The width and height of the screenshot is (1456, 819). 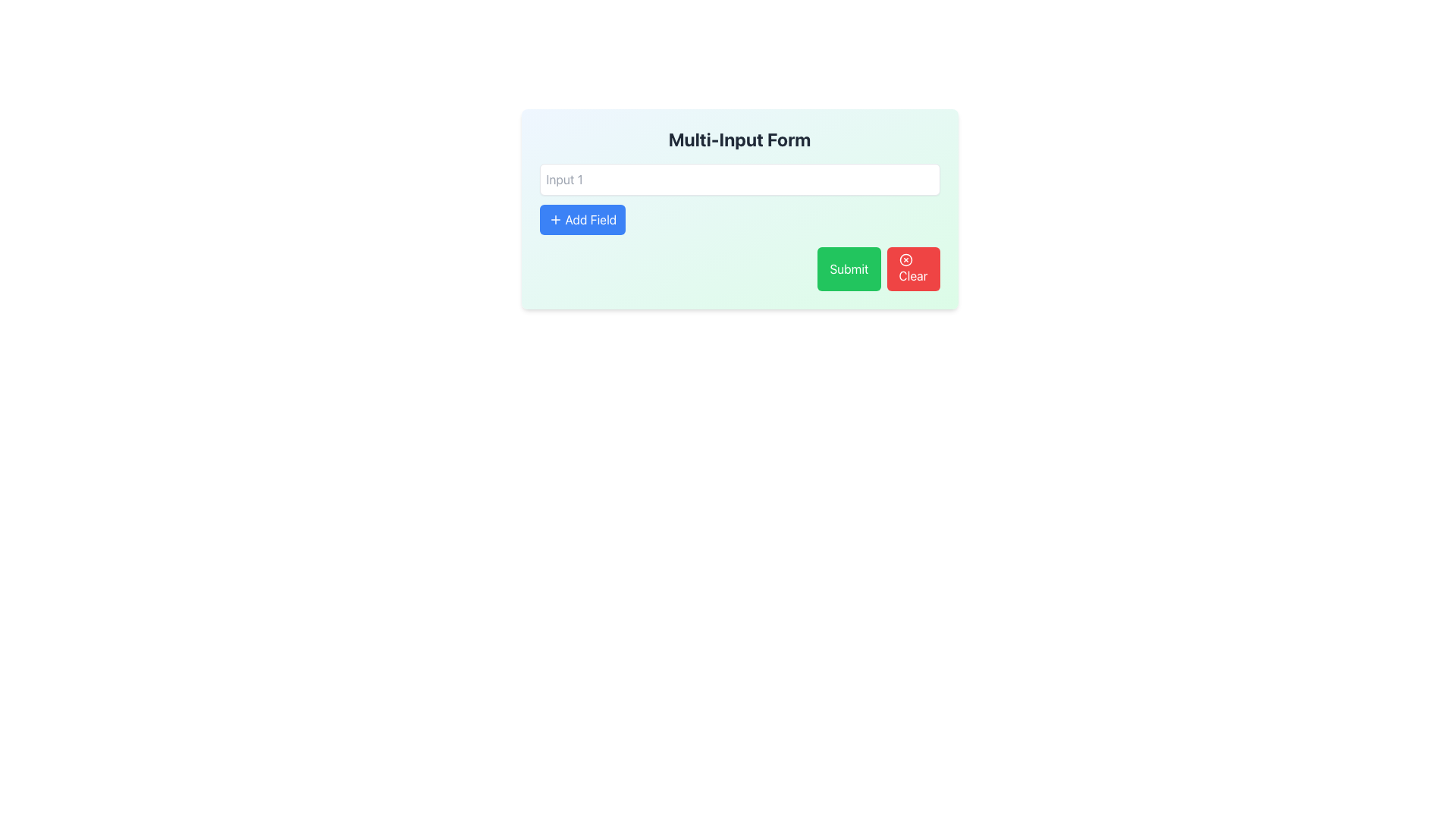 I want to click on the icon located within the 'Add Field' blue button, so click(x=554, y=219).